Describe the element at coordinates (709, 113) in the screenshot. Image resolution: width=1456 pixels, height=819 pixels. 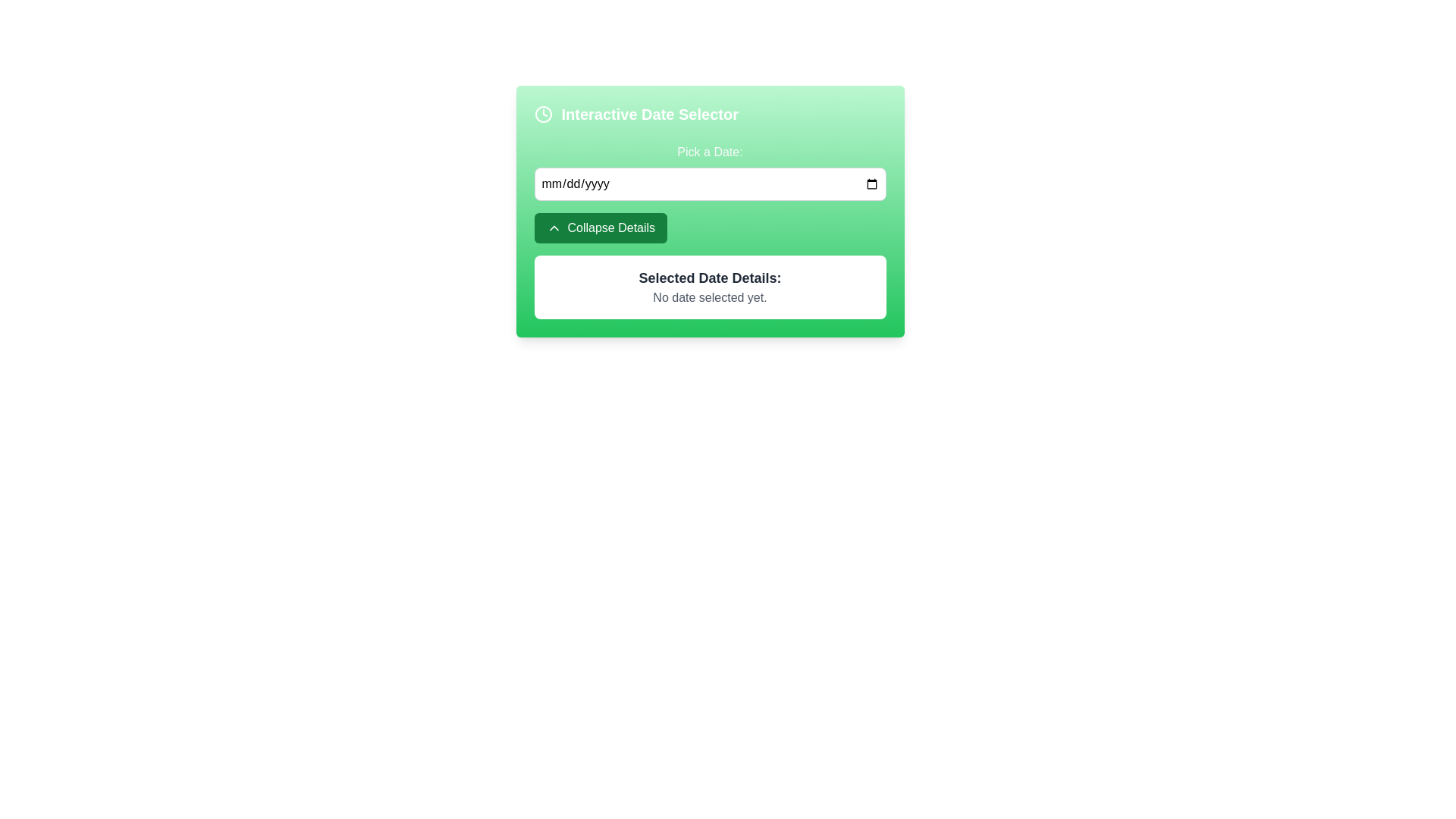
I see `the center of the Text Label with Icon that serves as the header for the date selection tool, despite it likely being non-interactive` at that location.